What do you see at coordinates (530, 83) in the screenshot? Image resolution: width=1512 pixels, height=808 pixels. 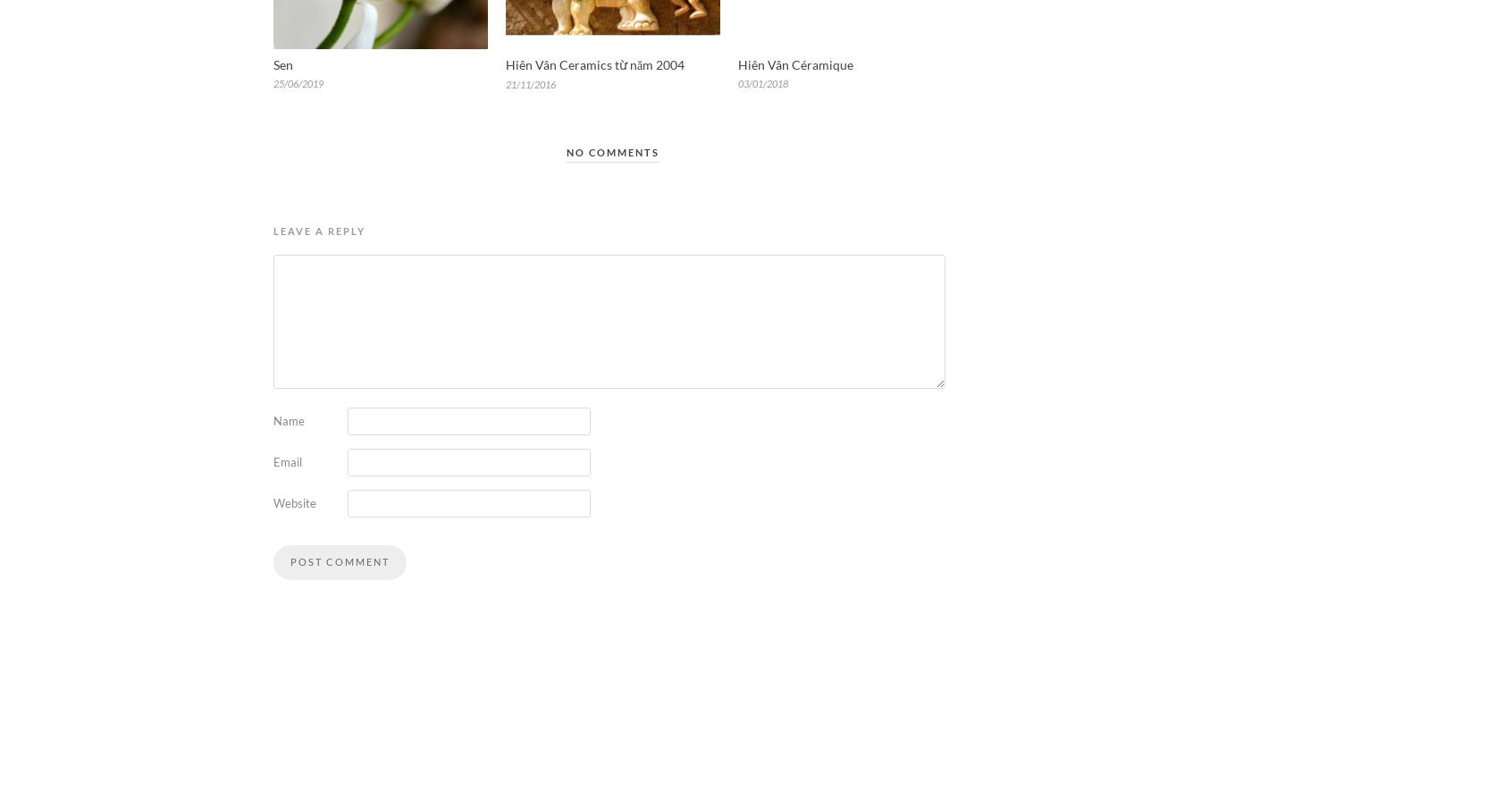 I see `'21/11/2016'` at bounding box center [530, 83].